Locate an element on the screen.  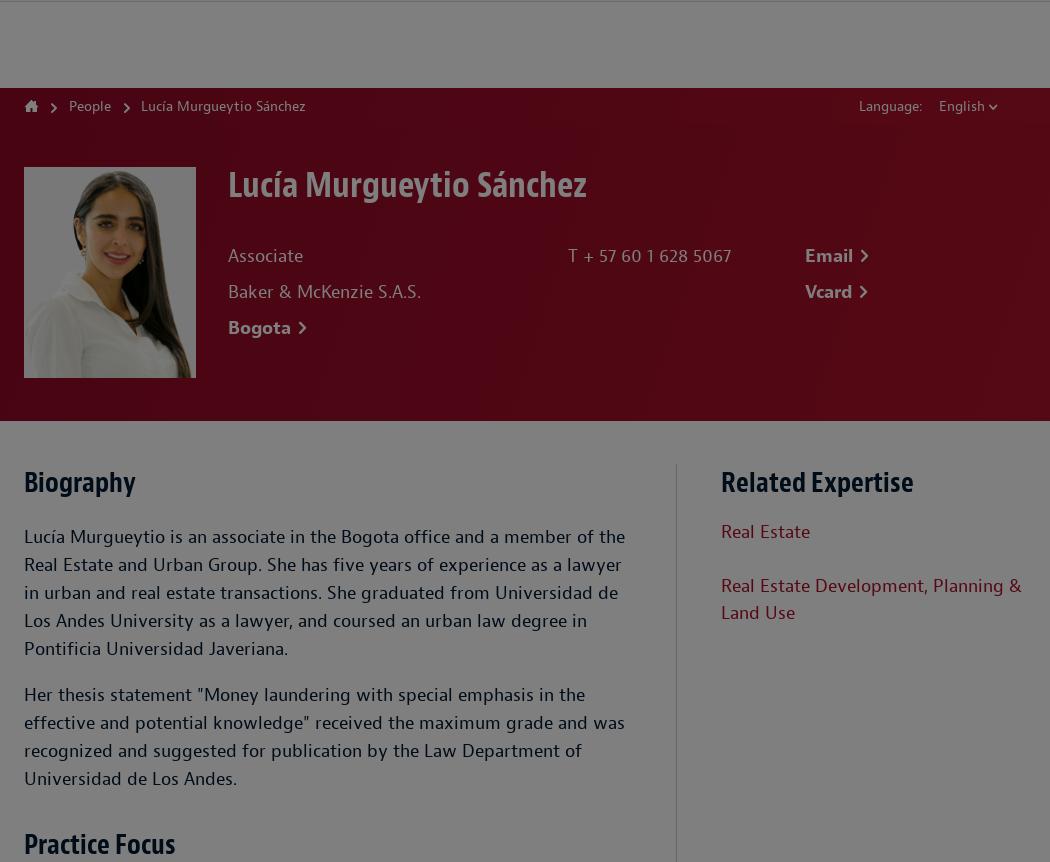
'Insight' is located at coordinates (565, 58).